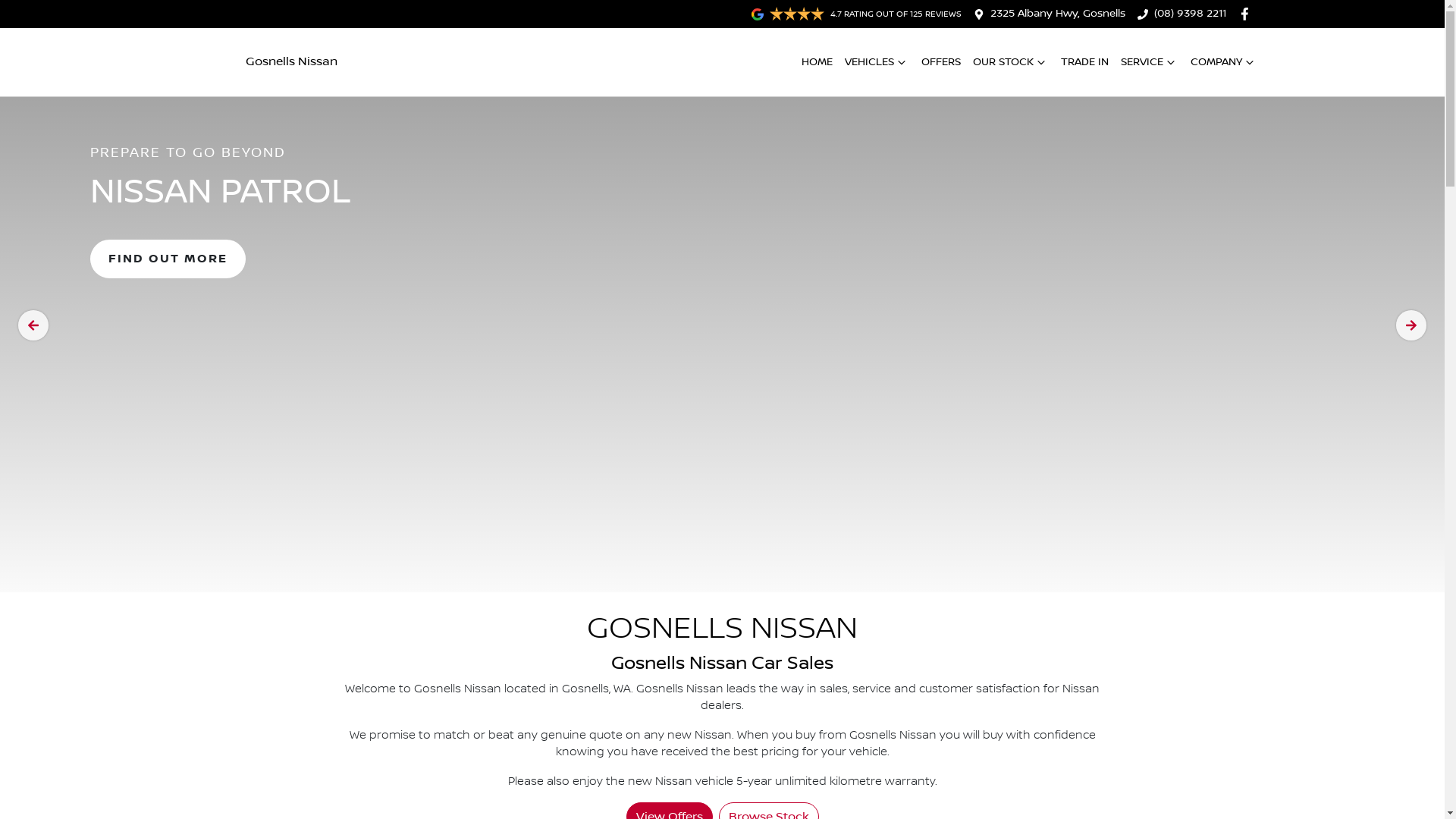 Image resolution: width=1456 pixels, height=819 pixels. Describe the element at coordinates (843, 61) in the screenshot. I see `'VEHICLES'` at that location.